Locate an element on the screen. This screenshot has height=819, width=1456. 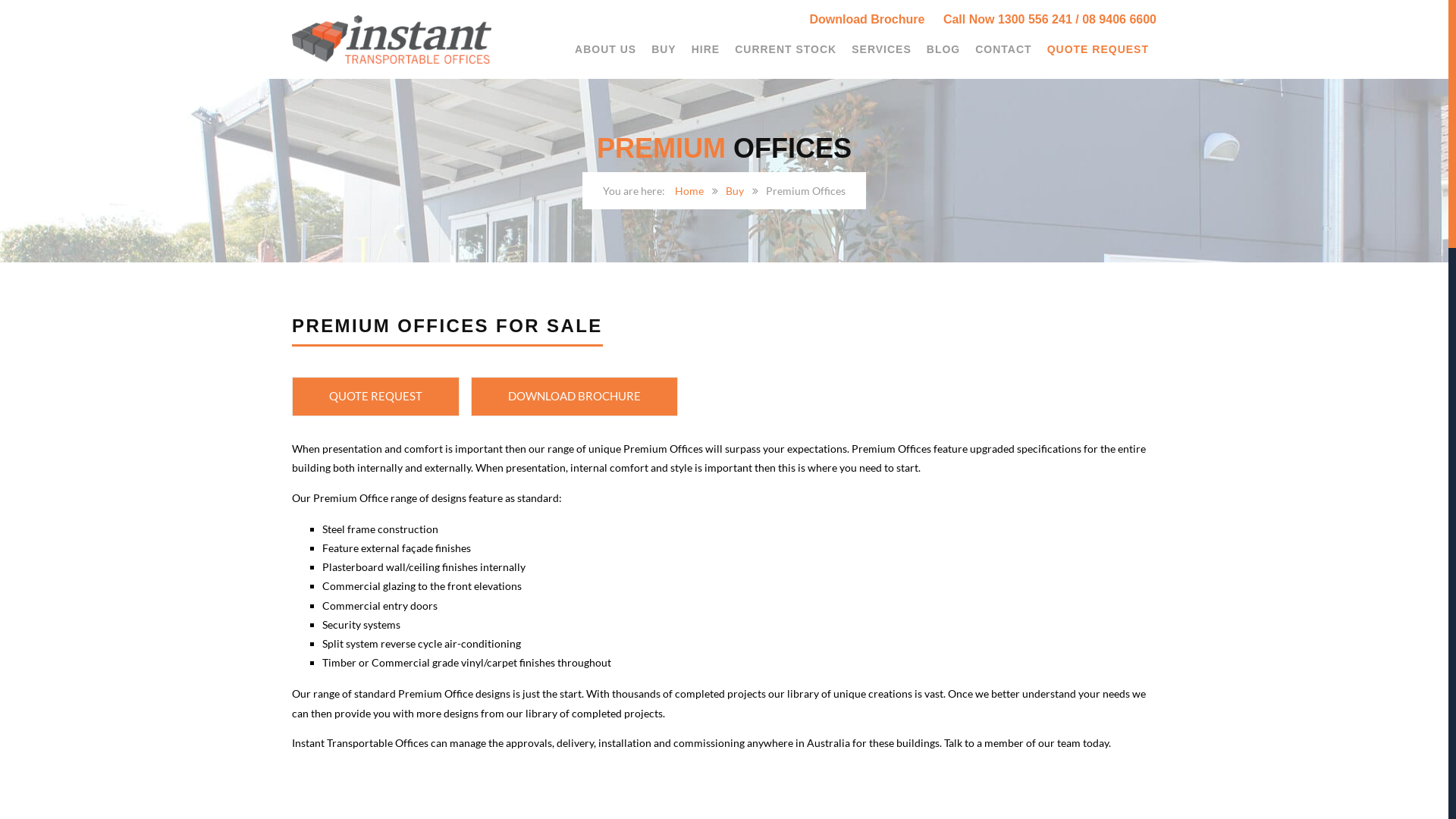
'ABOUT US' is located at coordinates (604, 49).